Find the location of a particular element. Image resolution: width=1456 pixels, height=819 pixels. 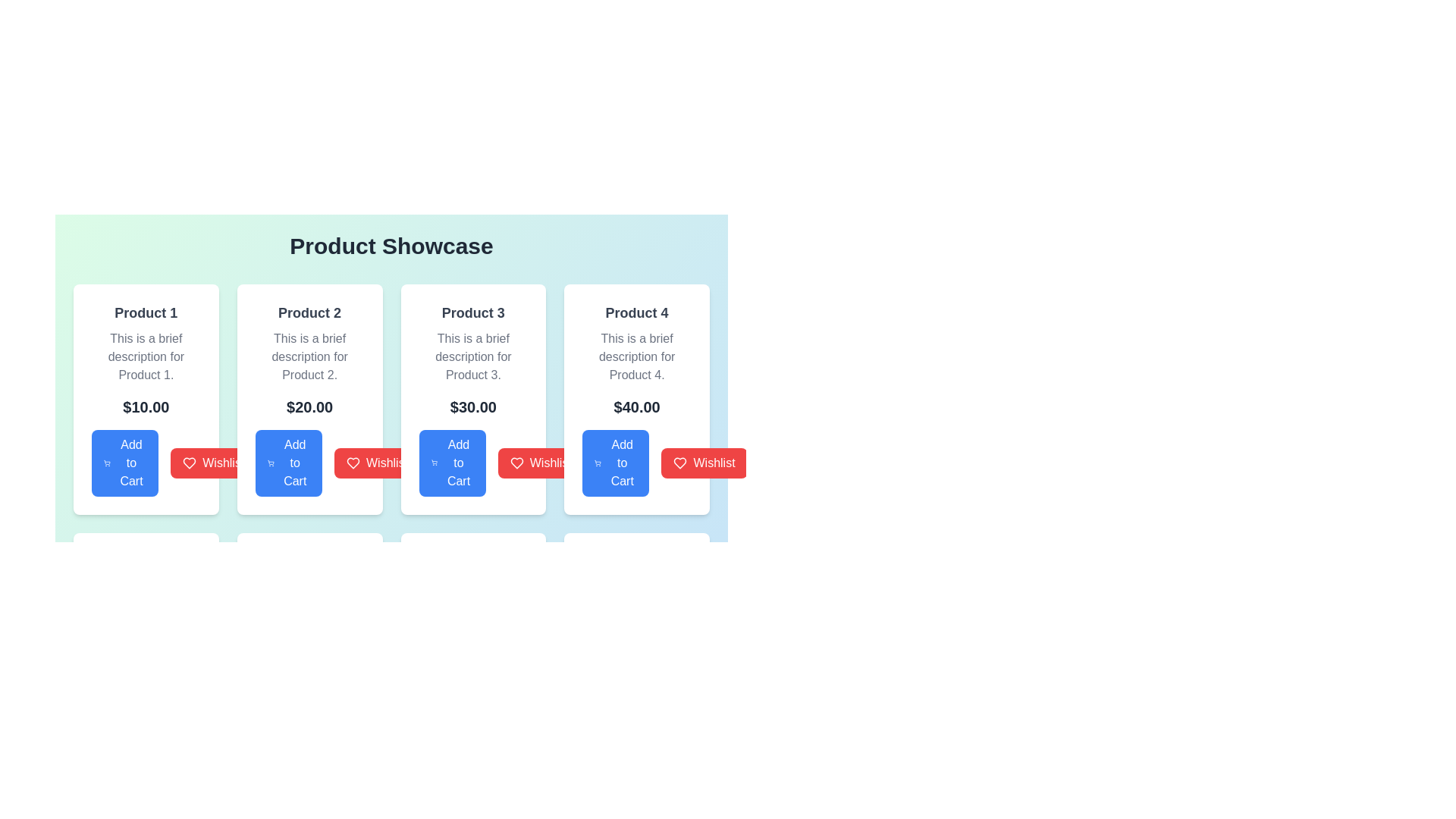

the 'Wishlist' text label, which is part of a button with a heart icon is located at coordinates (222, 462).